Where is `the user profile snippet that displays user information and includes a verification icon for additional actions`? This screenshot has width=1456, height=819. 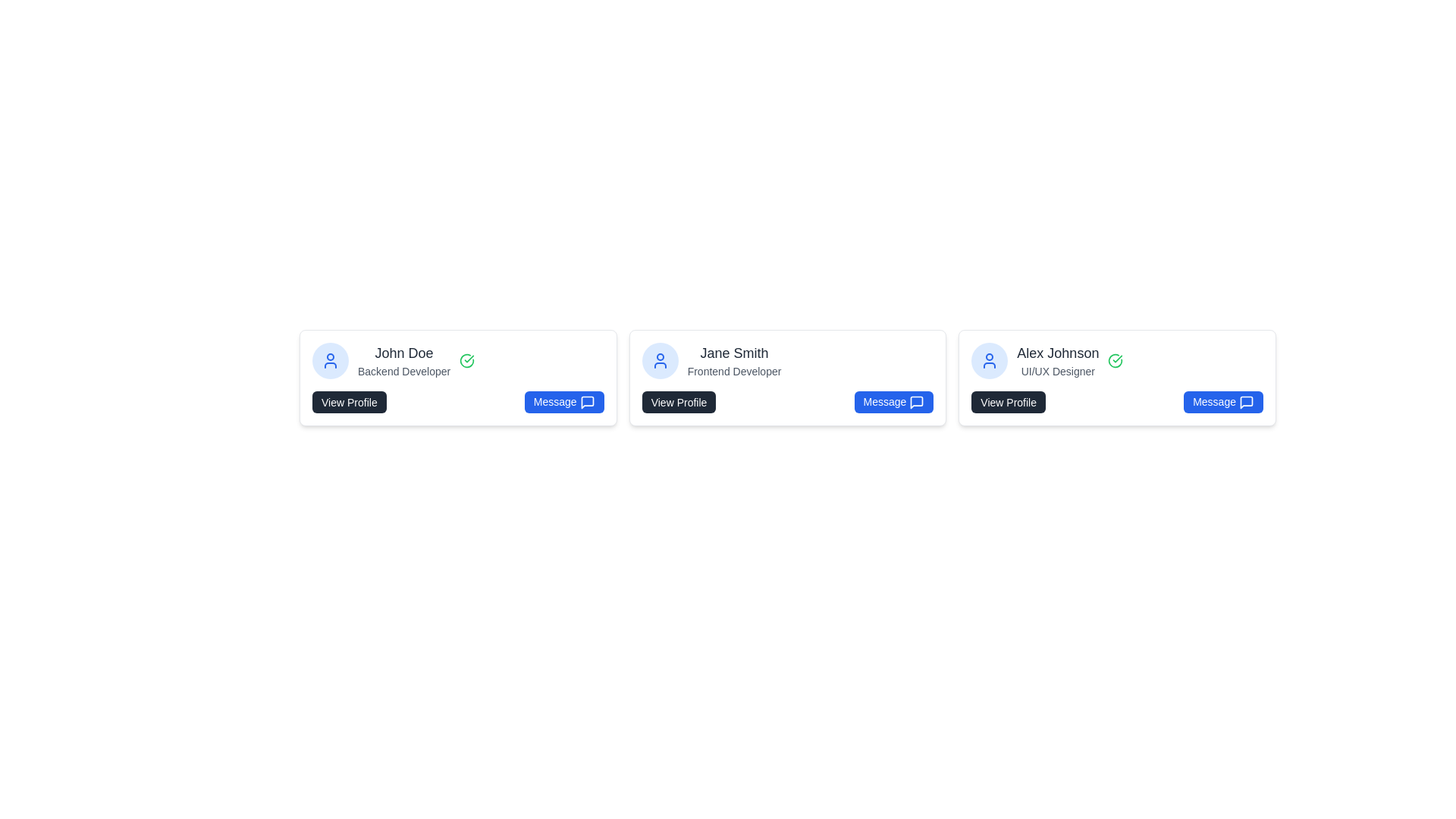
the user profile snippet that displays user information and includes a verification icon for additional actions is located at coordinates (457, 360).